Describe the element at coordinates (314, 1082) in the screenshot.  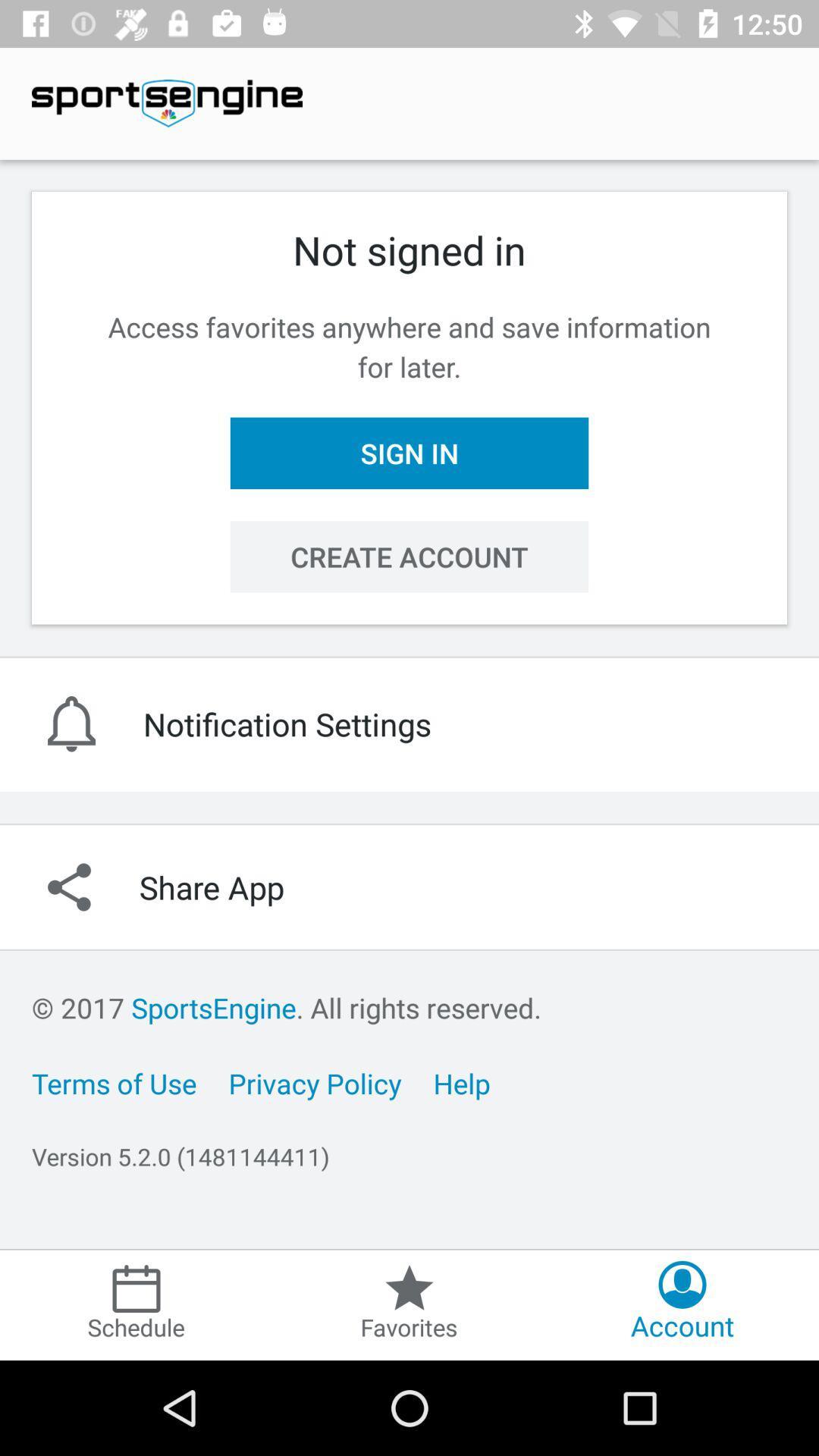
I see `the privacy policy` at that location.